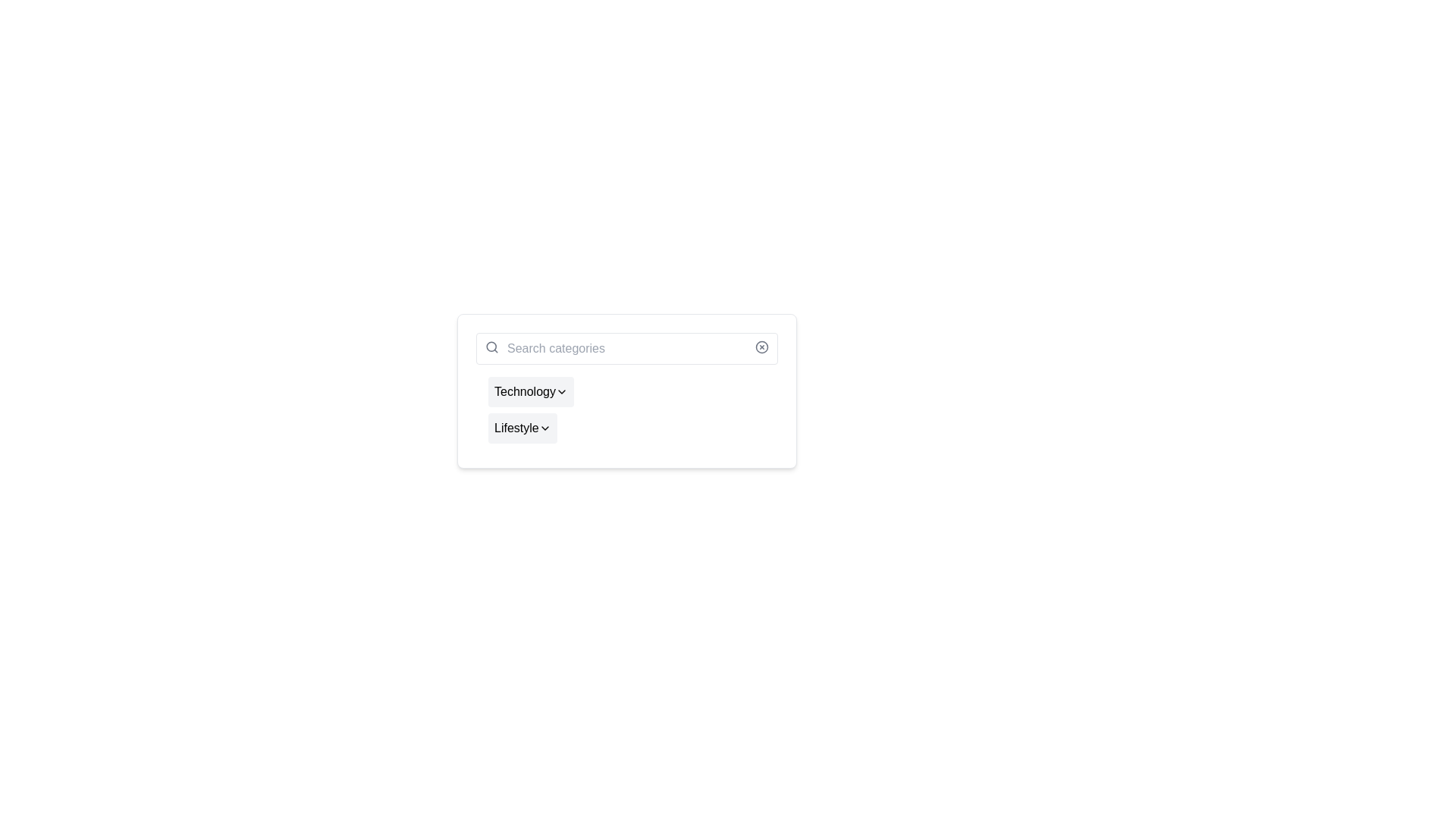  What do you see at coordinates (633, 428) in the screenshot?
I see `the 'Lifestyle' dropdown menu button located below the 'Technology' component` at bounding box center [633, 428].